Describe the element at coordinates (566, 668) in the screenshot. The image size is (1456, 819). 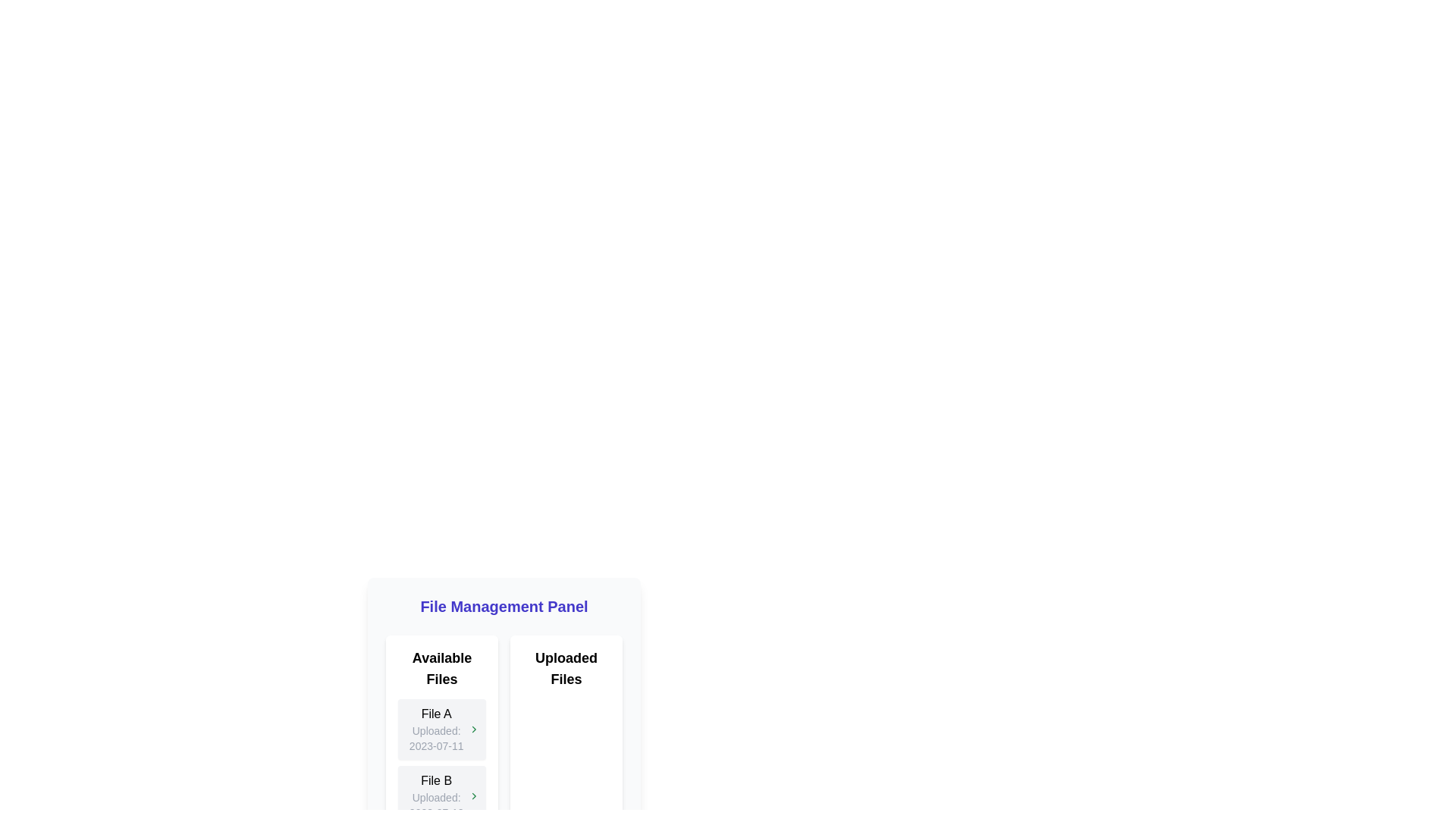
I see `the bold black text reading 'Uploaded Files' located in the top-center of a white rounded rectangular box` at that location.